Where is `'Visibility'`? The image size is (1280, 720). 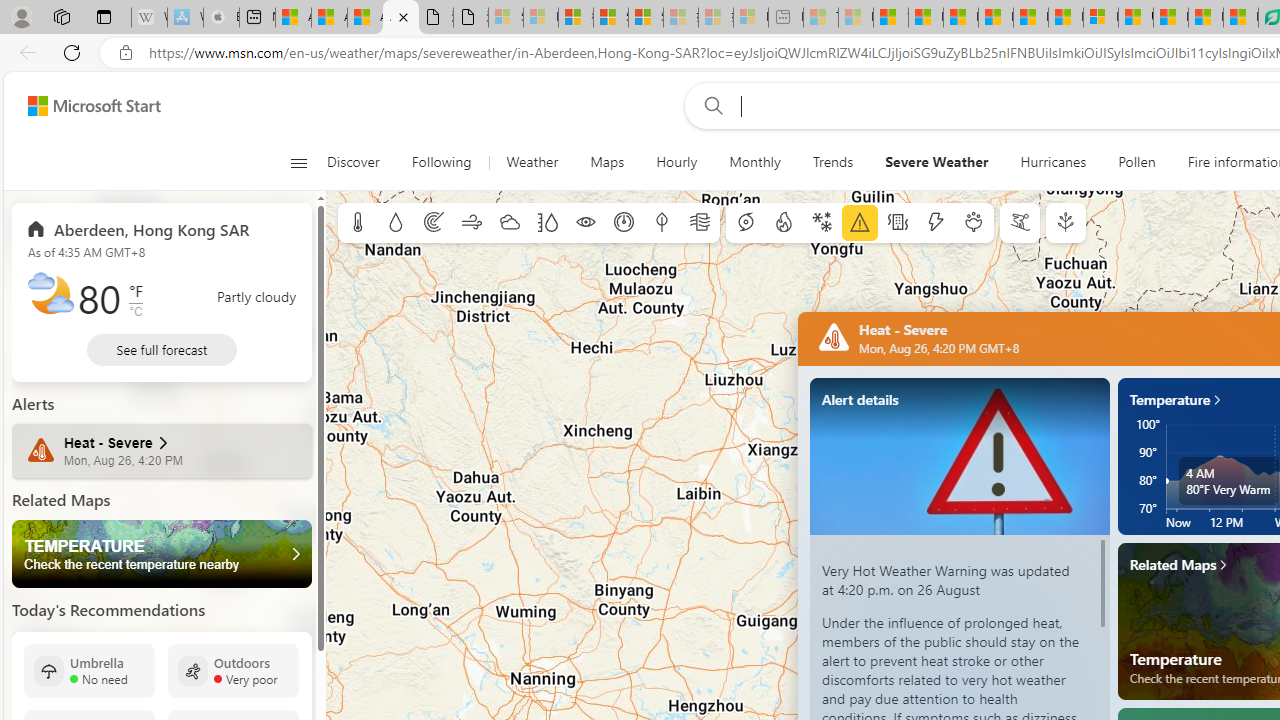
'Visibility' is located at coordinates (585, 223).